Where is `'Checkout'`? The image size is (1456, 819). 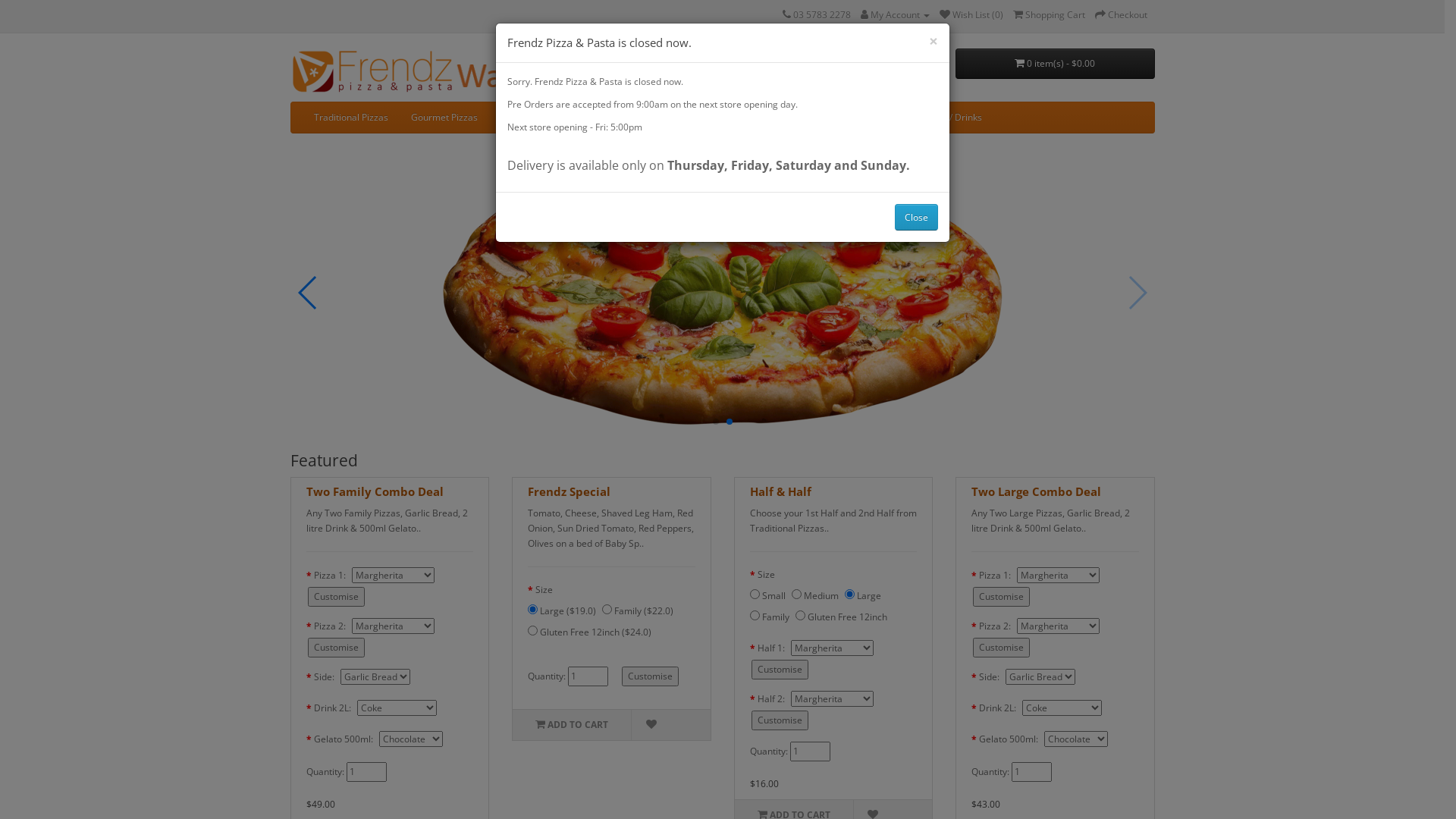
'Checkout' is located at coordinates (1121, 14).